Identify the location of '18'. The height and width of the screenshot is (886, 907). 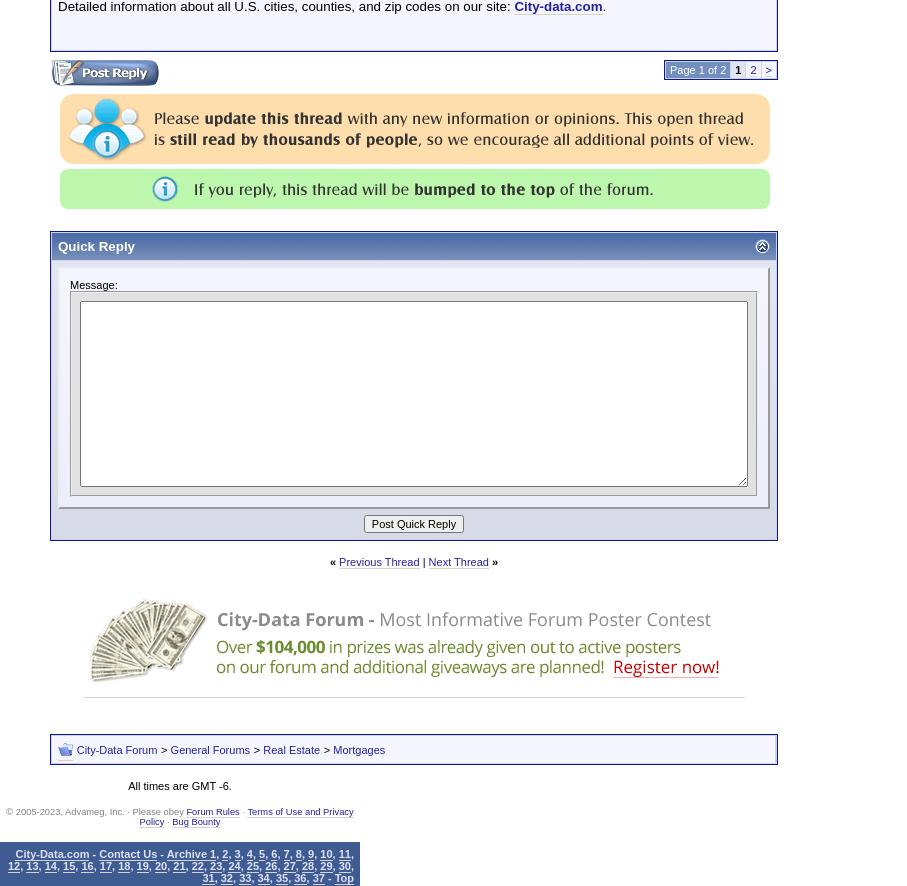
(117, 864).